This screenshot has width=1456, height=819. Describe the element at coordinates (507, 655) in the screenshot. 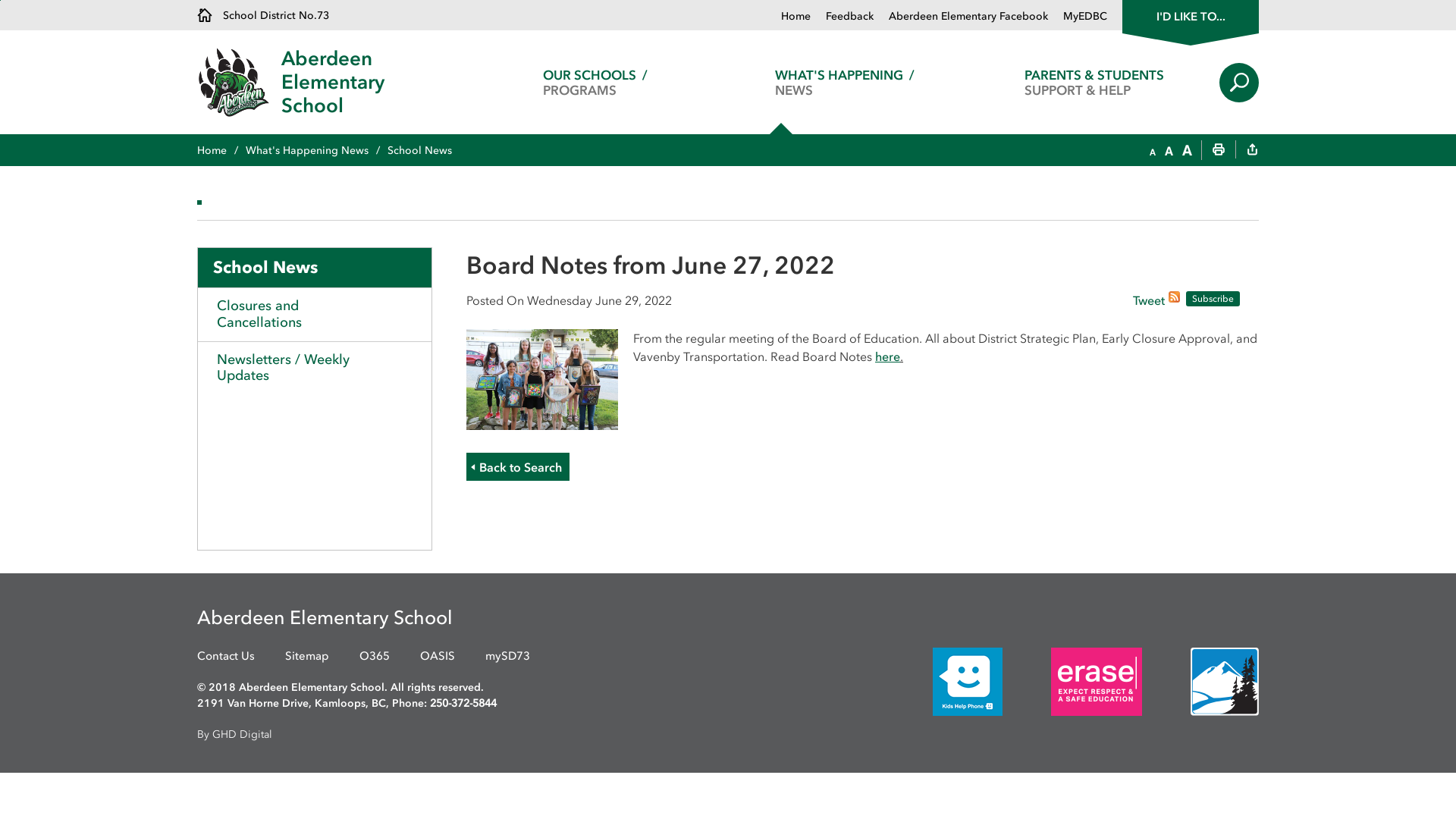

I see `'mySD73'` at that location.